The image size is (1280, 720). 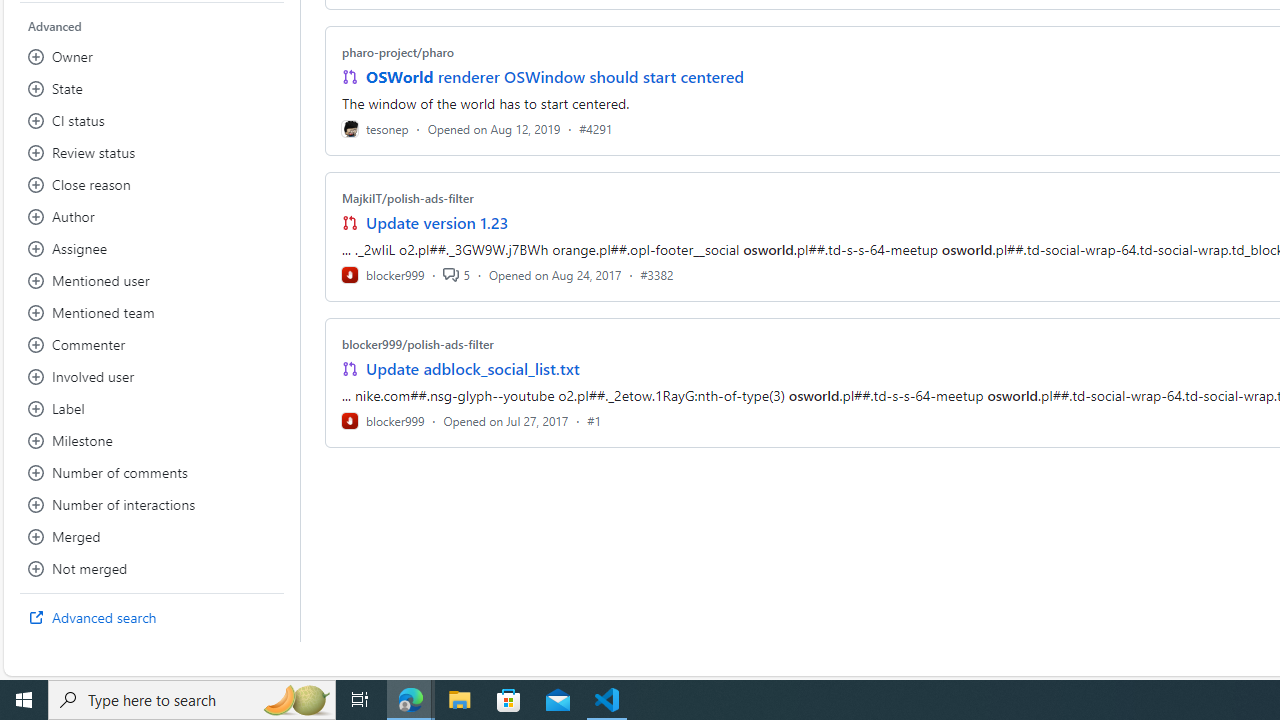 I want to click on '5', so click(x=455, y=274).